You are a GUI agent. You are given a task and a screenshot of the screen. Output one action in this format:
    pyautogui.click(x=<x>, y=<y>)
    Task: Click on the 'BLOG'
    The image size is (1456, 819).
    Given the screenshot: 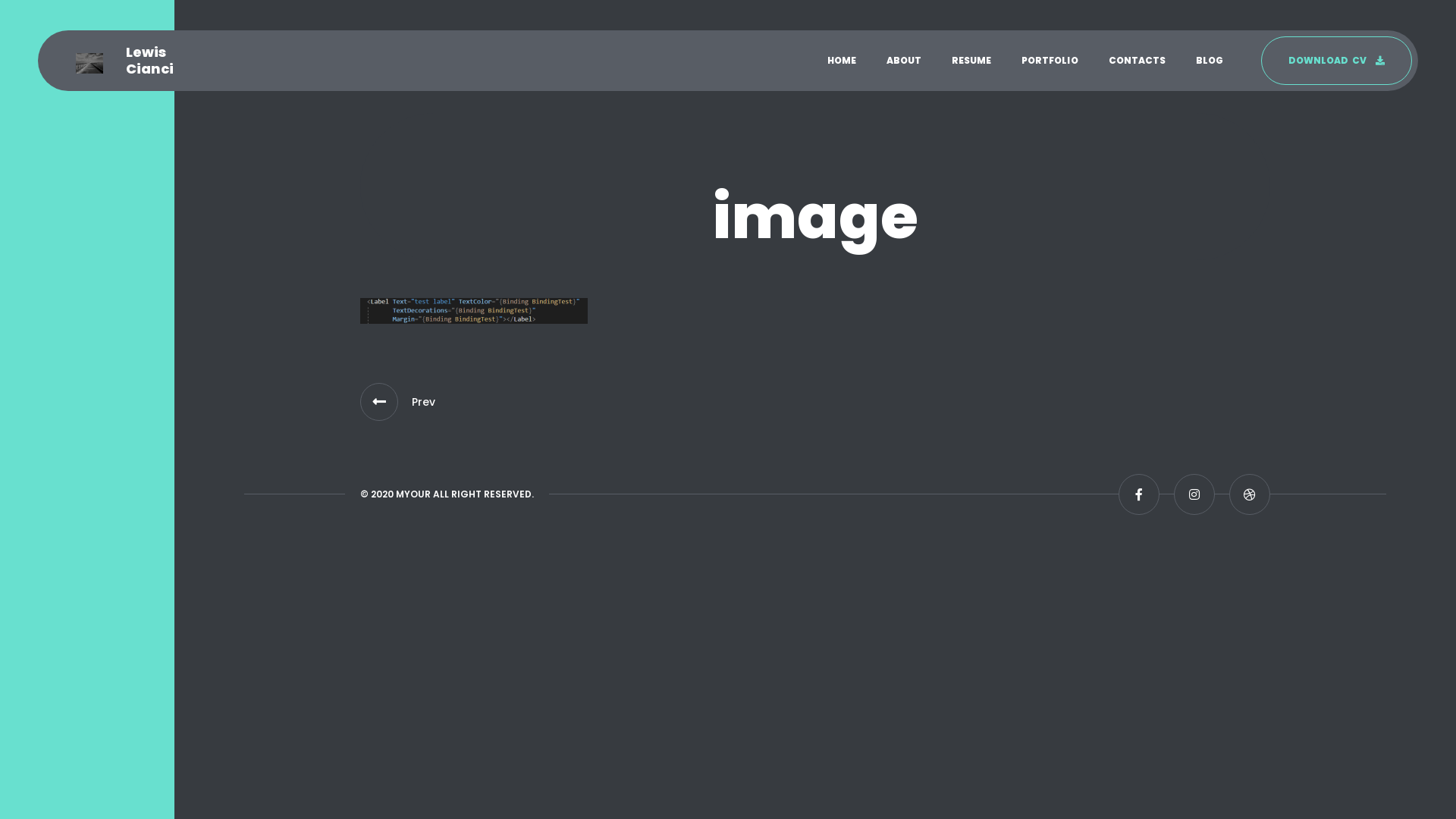 What is the action you would take?
    pyautogui.click(x=1208, y=60)
    